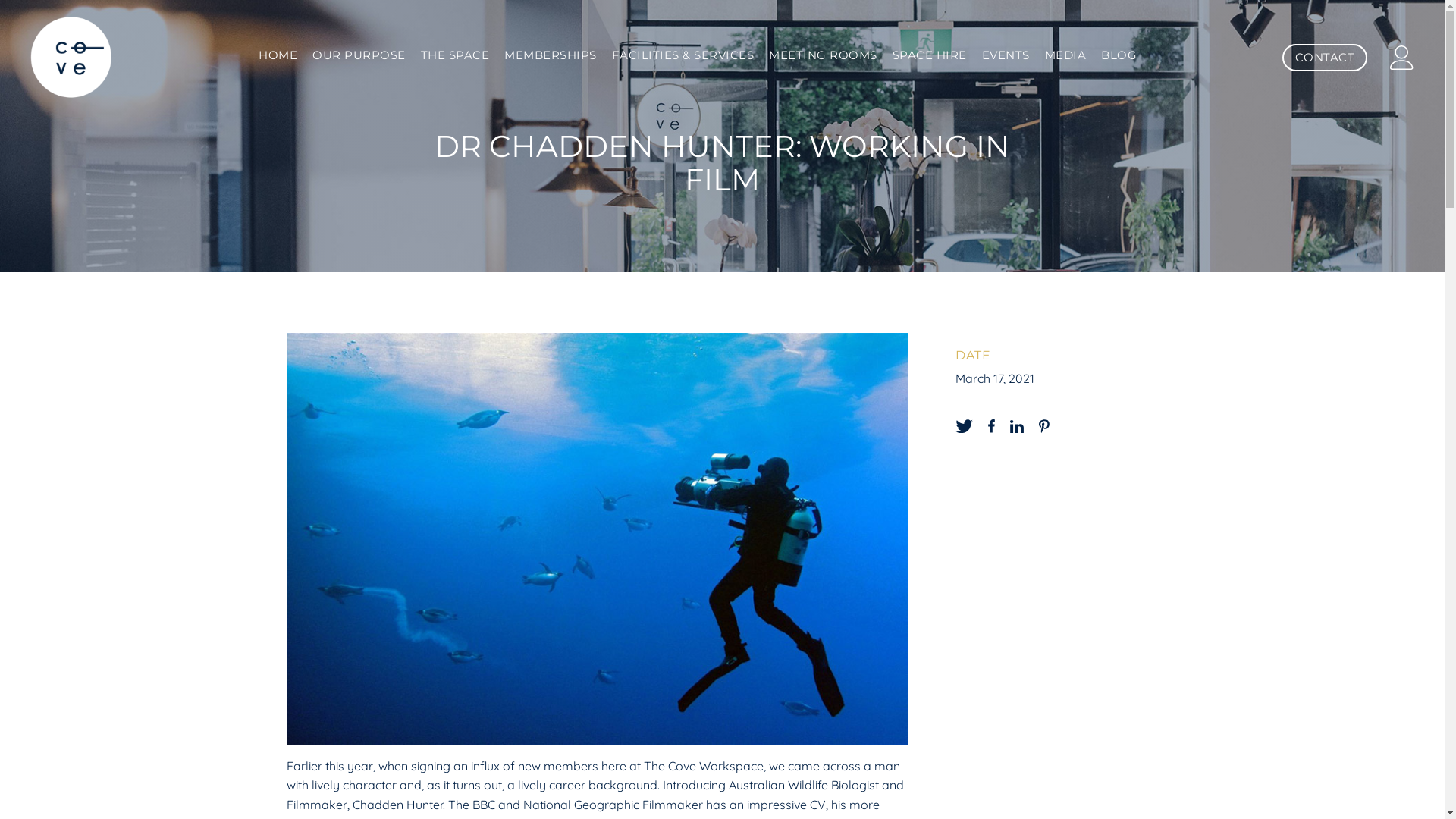 This screenshot has width=1456, height=819. I want to click on 'MEETING ROOMS', so click(822, 55).